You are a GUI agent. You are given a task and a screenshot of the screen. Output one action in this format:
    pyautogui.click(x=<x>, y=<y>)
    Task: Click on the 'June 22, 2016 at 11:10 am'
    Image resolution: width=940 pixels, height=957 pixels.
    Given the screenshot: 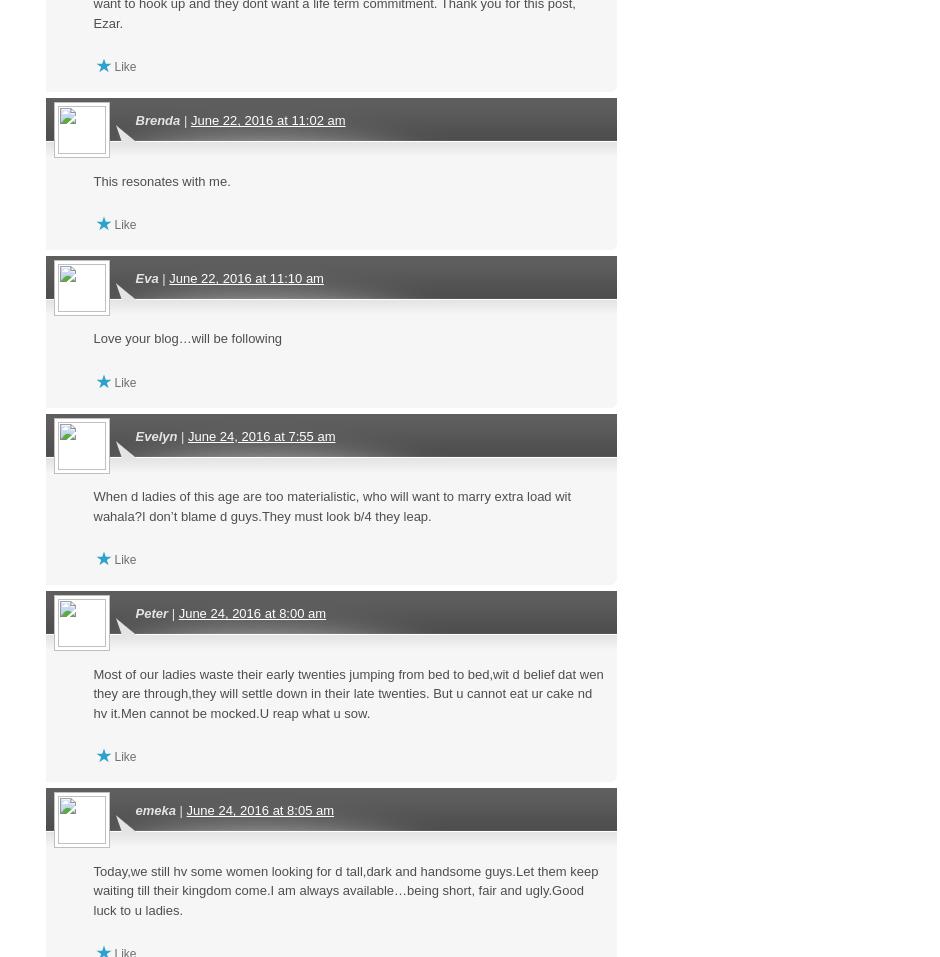 What is the action you would take?
    pyautogui.click(x=169, y=277)
    